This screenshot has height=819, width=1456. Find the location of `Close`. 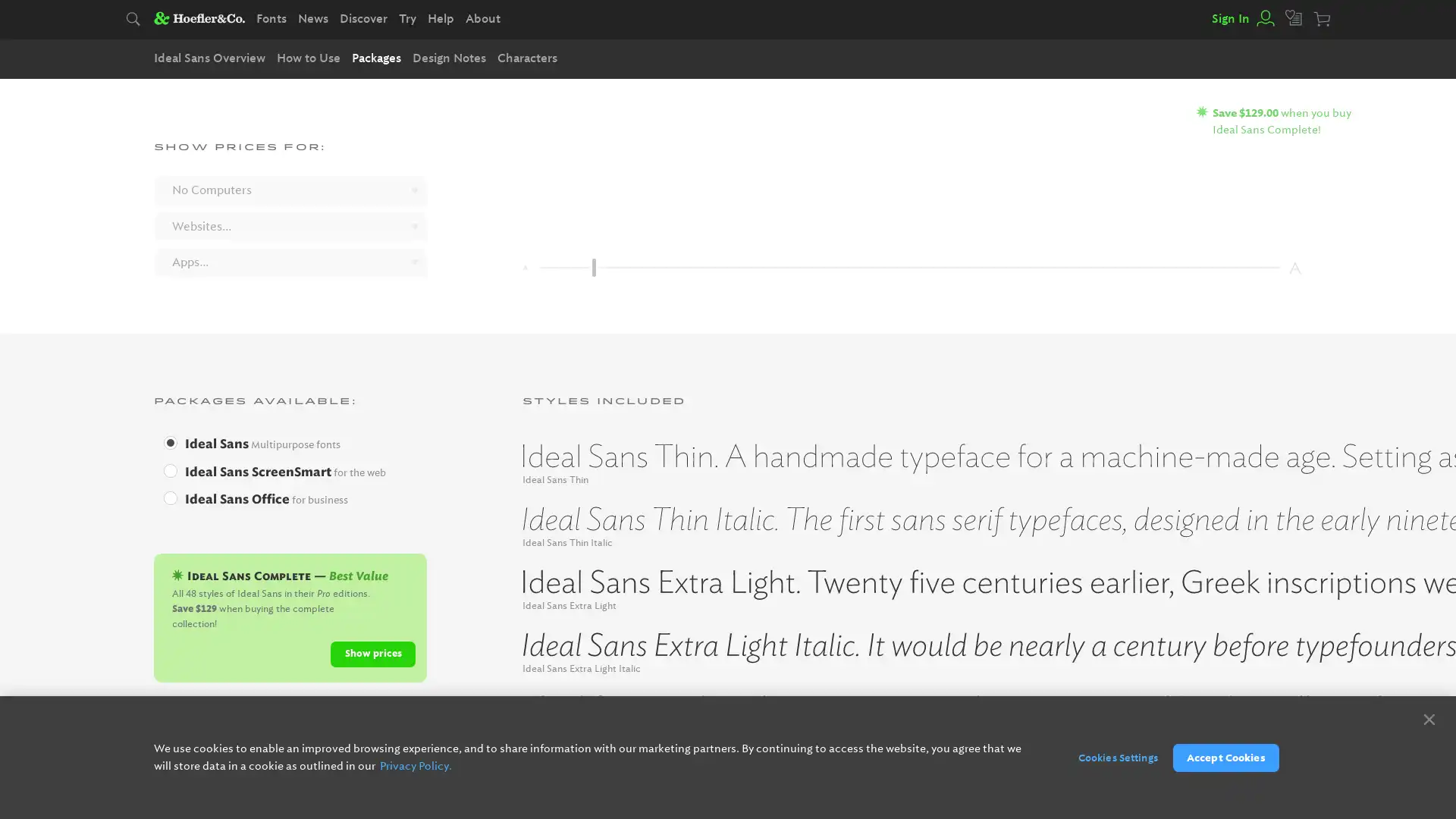

Close is located at coordinates (1428, 718).